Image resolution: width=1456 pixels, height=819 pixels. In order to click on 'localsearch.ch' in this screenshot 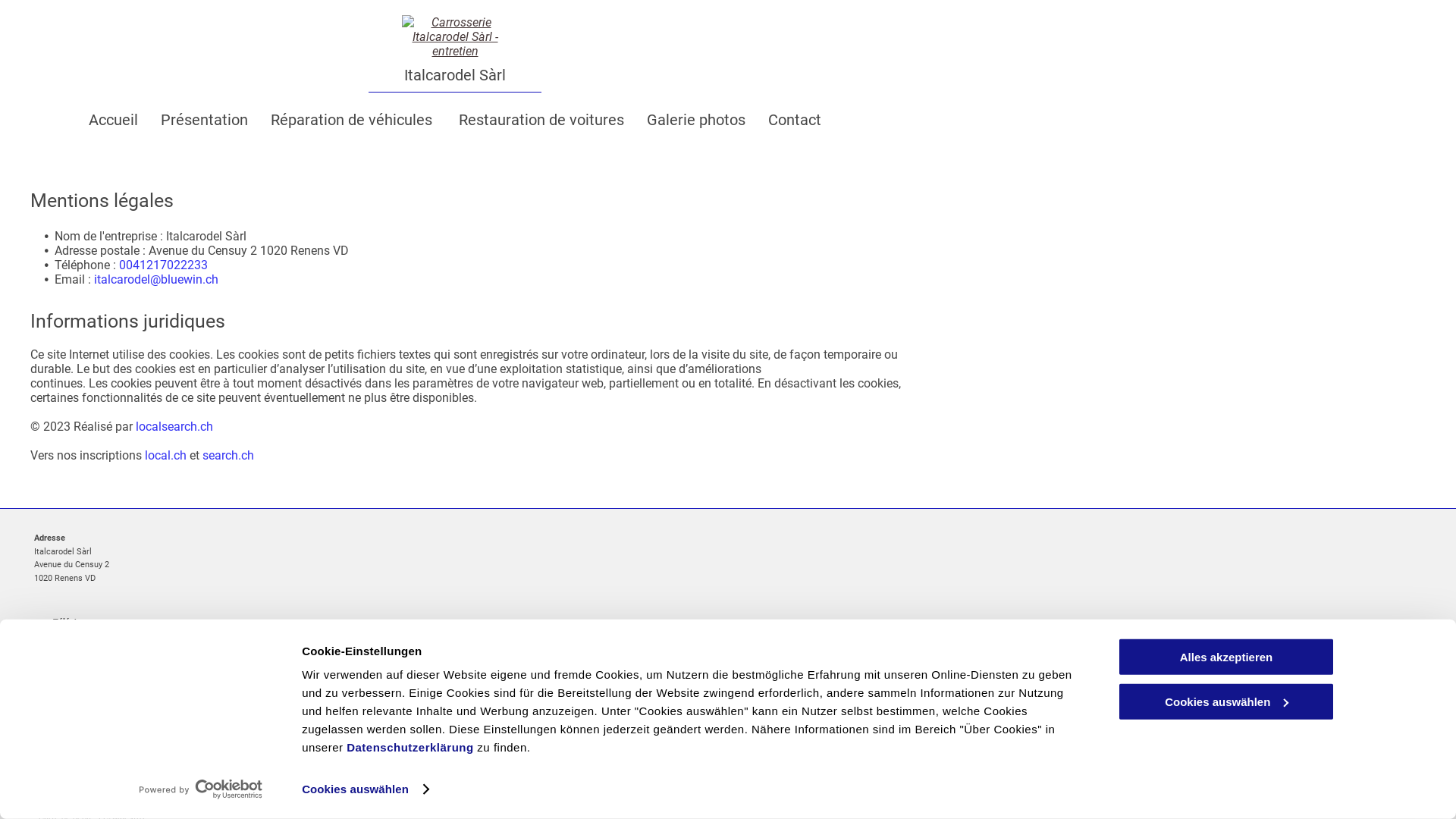, I will do `click(174, 426)`.